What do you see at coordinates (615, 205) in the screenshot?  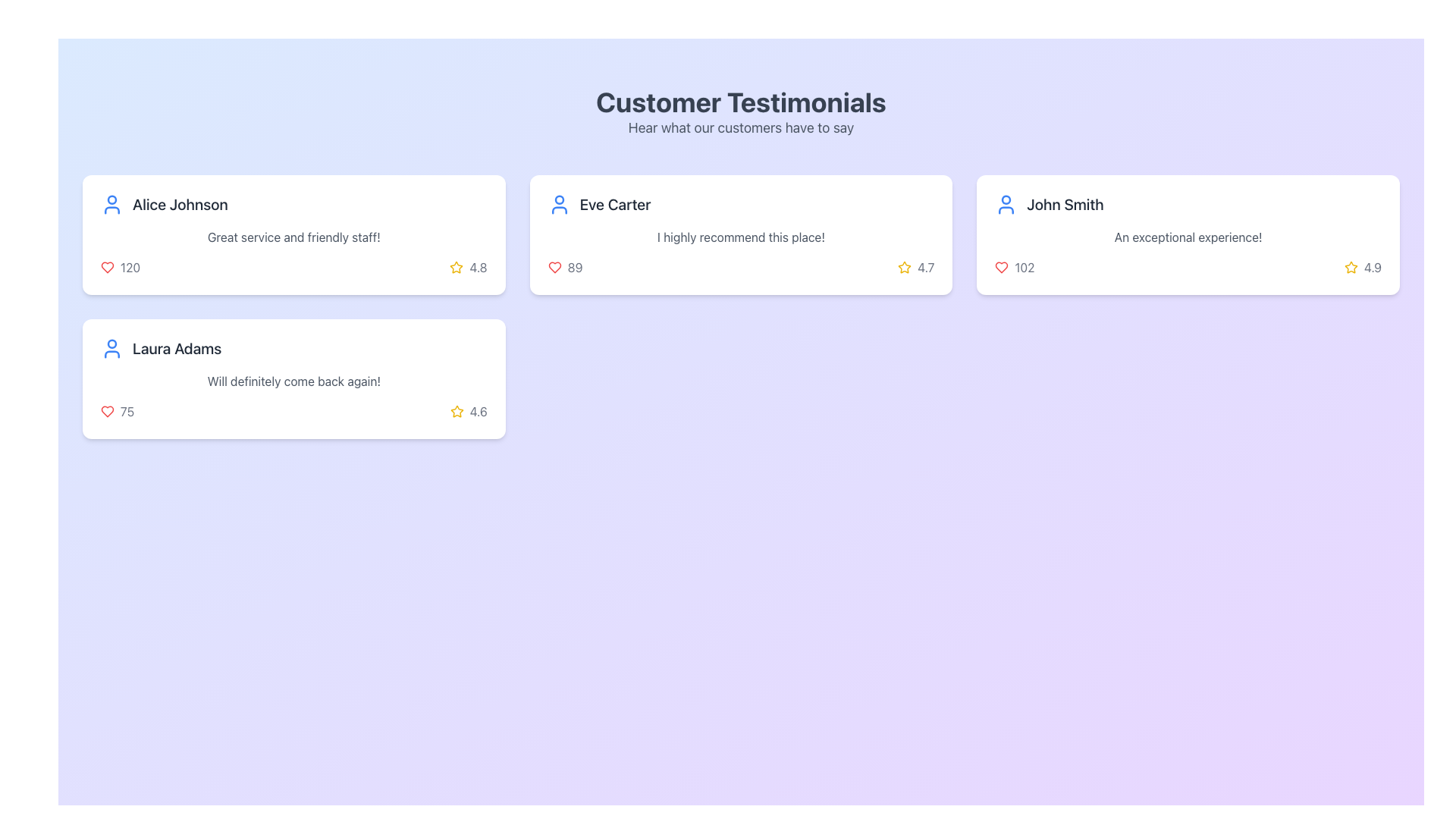 I see `text content of the Text Label displaying 'Eve Carter' in the second testimonial box, located to the right of the blue user icon` at bounding box center [615, 205].